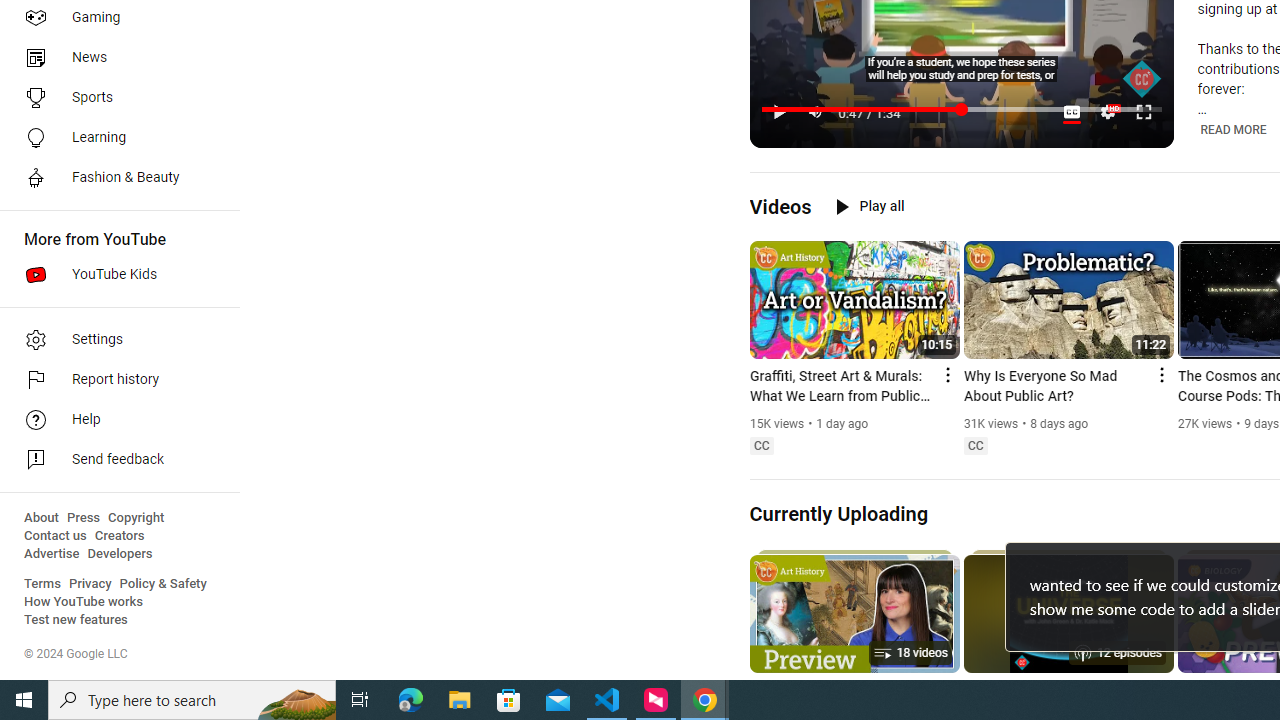 The width and height of the screenshot is (1280, 720). Describe the element at coordinates (119, 554) in the screenshot. I see `'Developers'` at that location.